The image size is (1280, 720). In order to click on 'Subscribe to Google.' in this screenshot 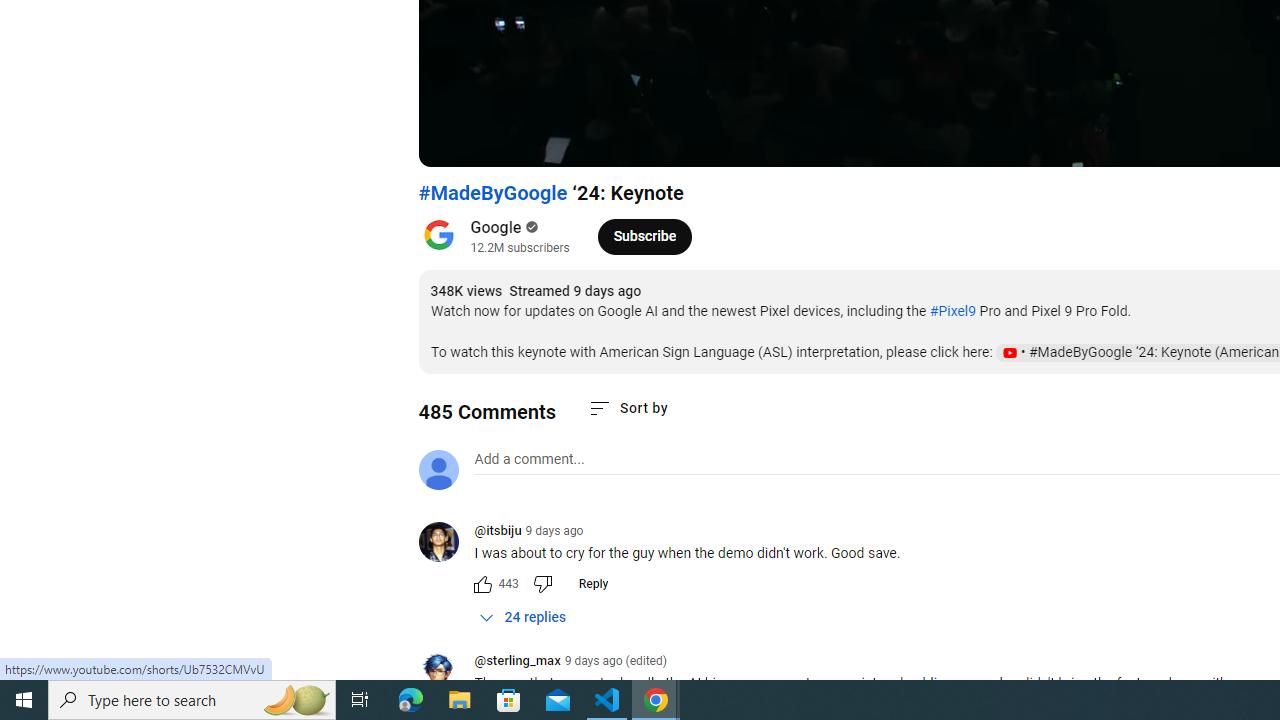, I will do `click(644, 235)`.